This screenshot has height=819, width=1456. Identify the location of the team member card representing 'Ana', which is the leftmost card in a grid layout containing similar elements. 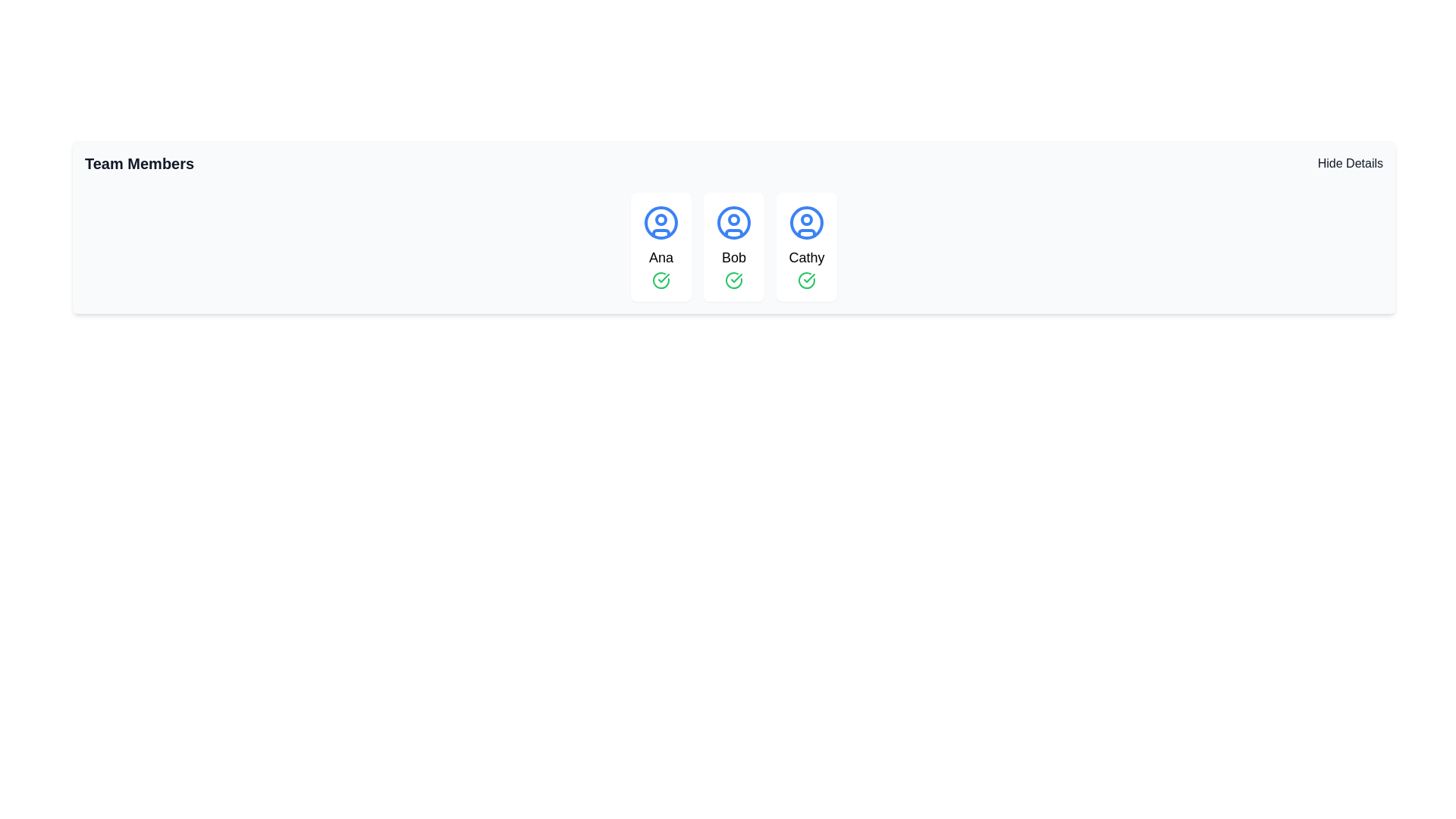
(661, 246).